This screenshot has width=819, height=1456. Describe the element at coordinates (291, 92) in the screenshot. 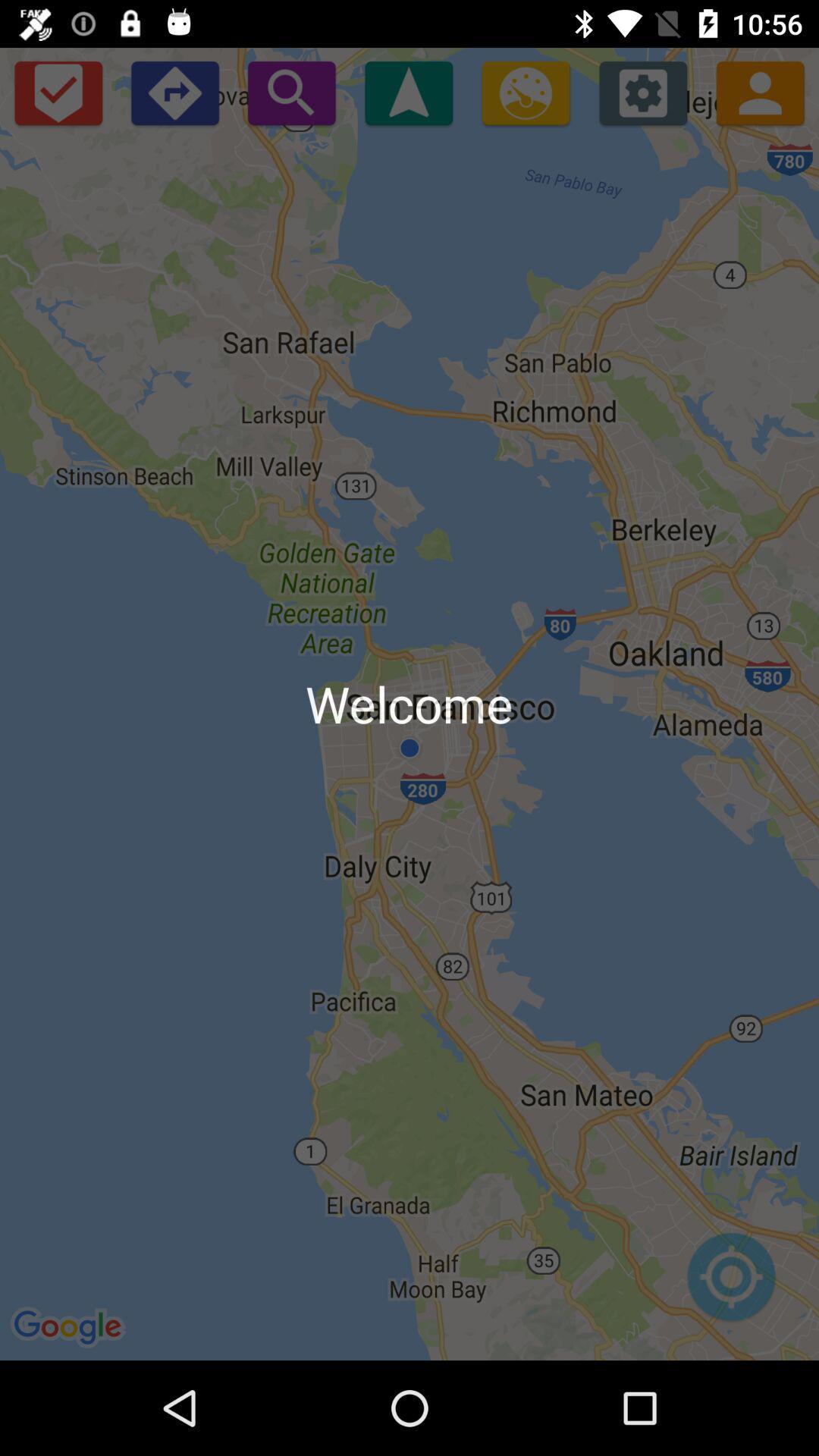

I see `search` at that location.